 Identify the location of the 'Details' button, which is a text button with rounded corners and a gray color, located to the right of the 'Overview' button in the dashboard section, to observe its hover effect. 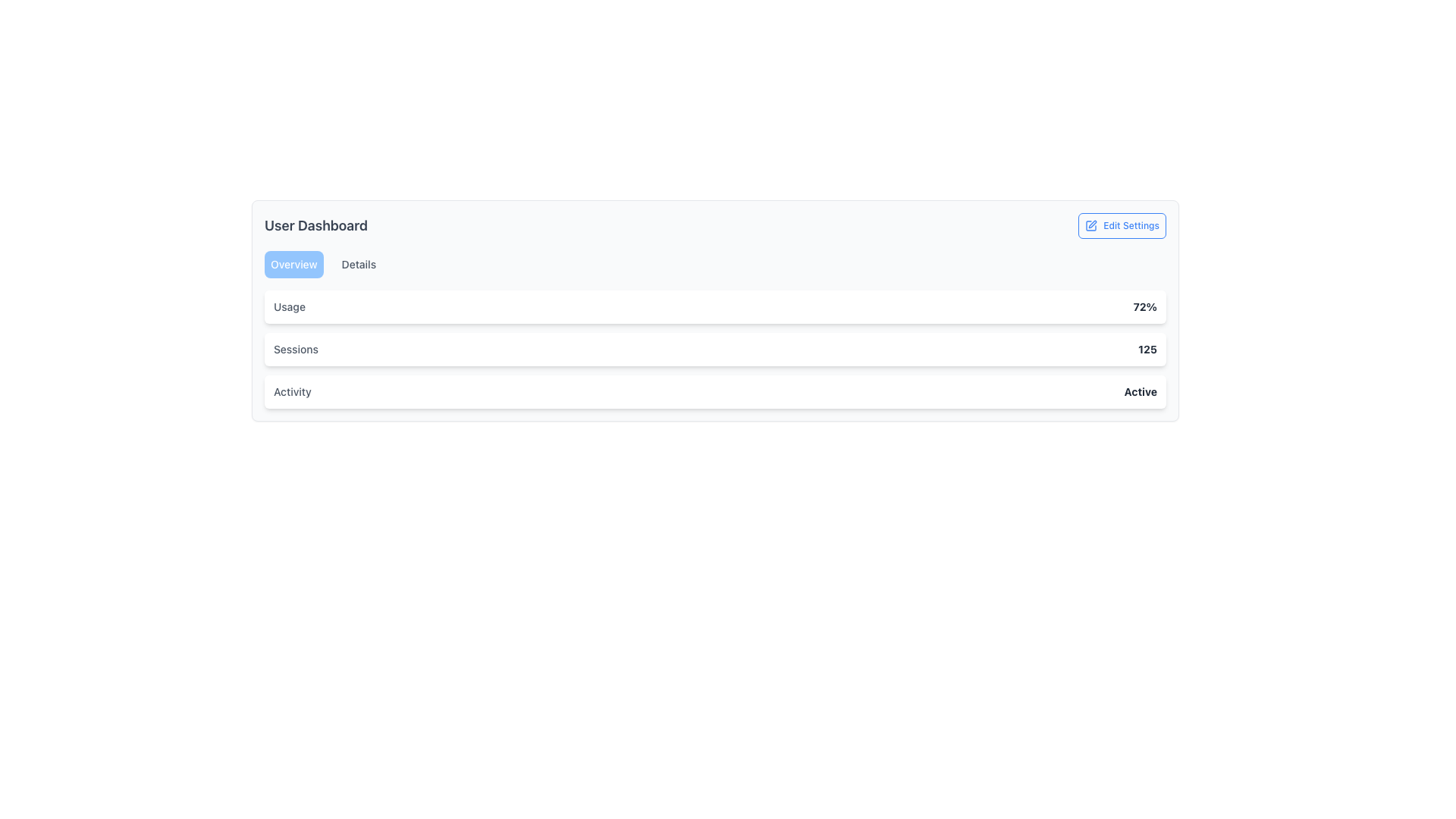
(358, 263).